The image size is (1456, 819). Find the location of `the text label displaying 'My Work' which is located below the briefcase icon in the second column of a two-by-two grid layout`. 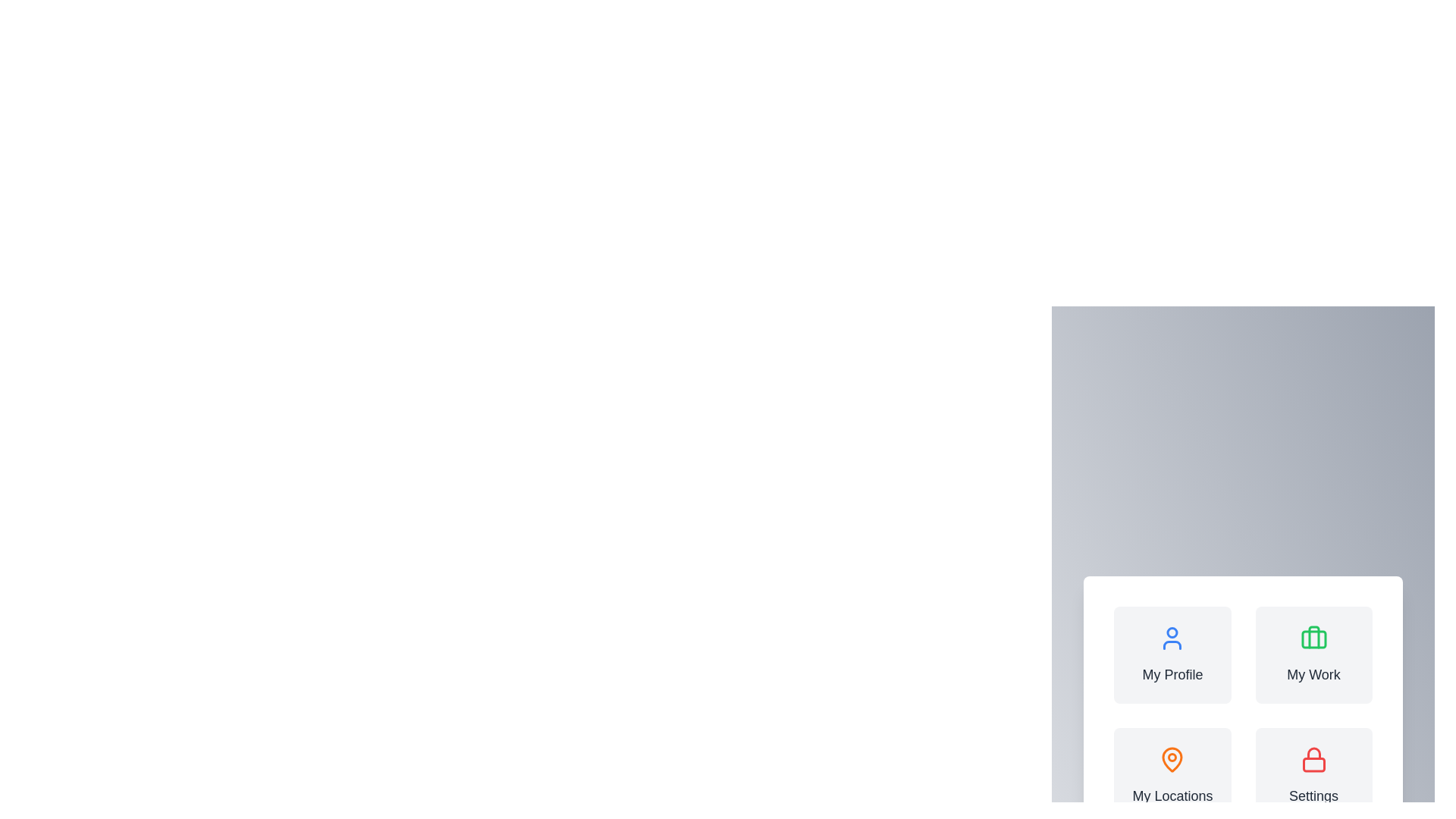

the text label displaying 'My Work' which is located below the briefcase icon in the second column of a two-by-two grid layout is located at coordinates (1313, 674).